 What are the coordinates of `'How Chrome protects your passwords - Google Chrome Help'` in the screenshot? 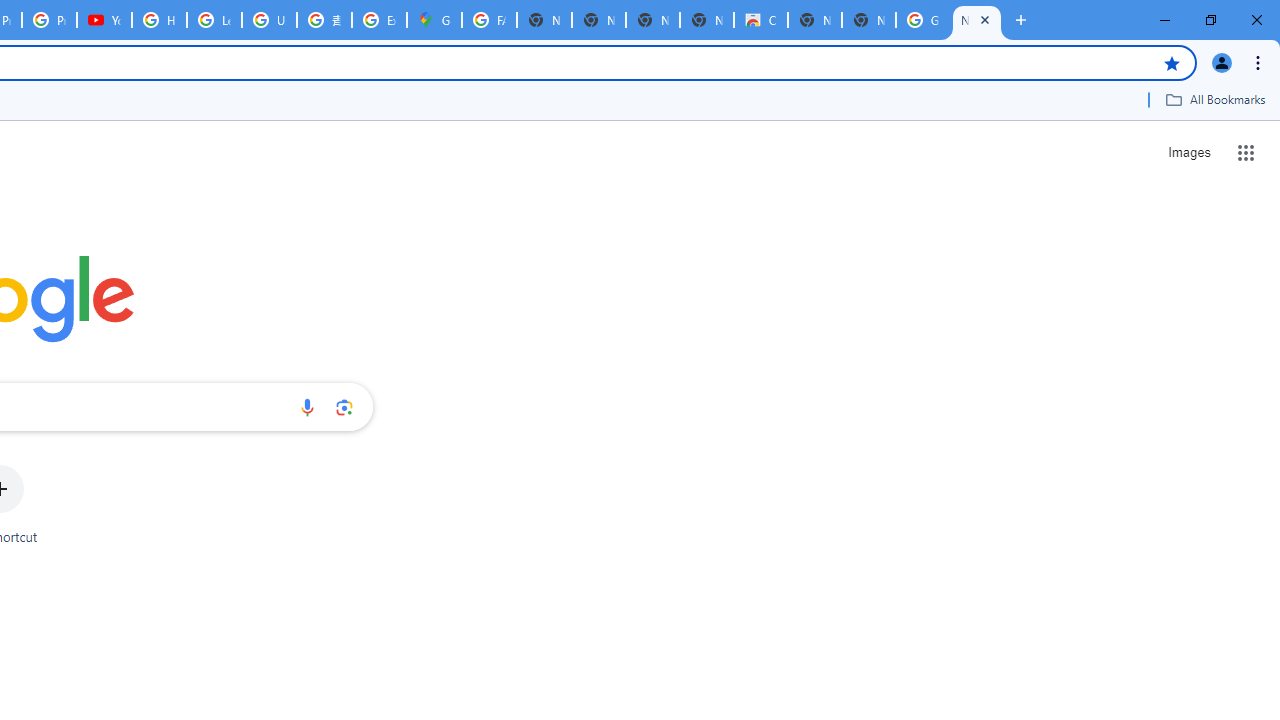 It's located at (158, 20).